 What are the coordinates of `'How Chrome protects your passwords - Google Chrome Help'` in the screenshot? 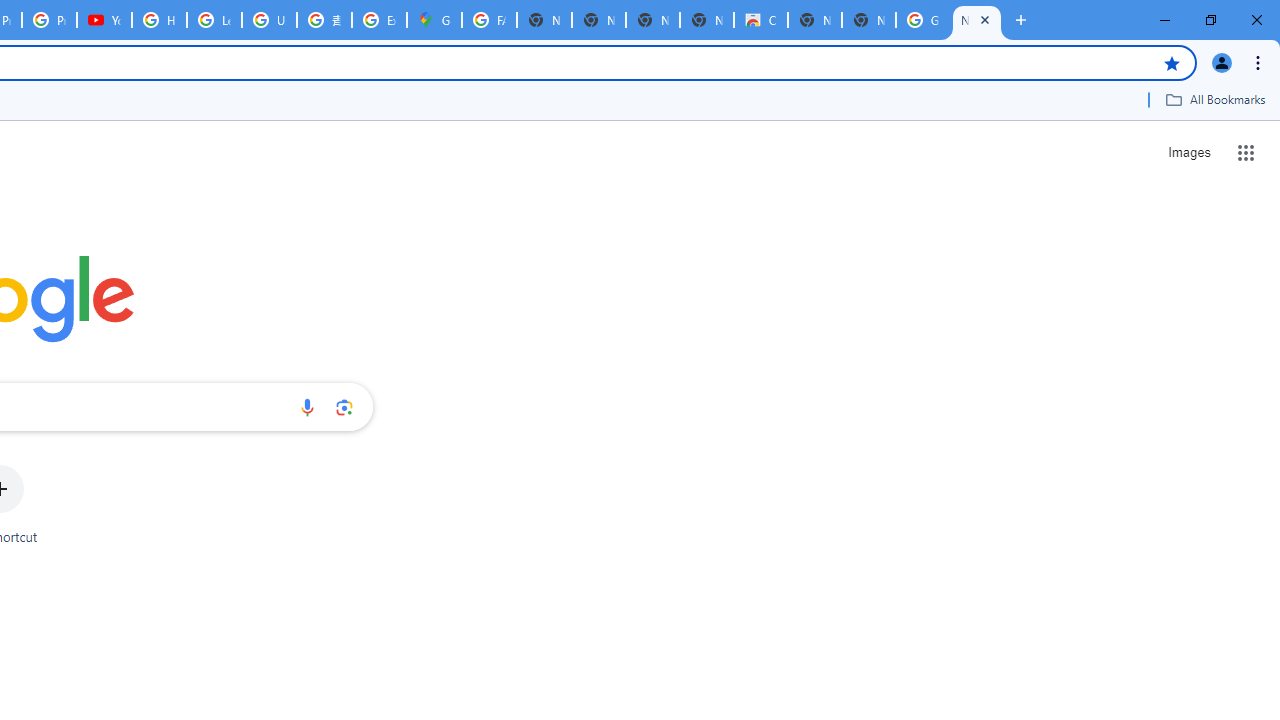 It's located at (158, 20).